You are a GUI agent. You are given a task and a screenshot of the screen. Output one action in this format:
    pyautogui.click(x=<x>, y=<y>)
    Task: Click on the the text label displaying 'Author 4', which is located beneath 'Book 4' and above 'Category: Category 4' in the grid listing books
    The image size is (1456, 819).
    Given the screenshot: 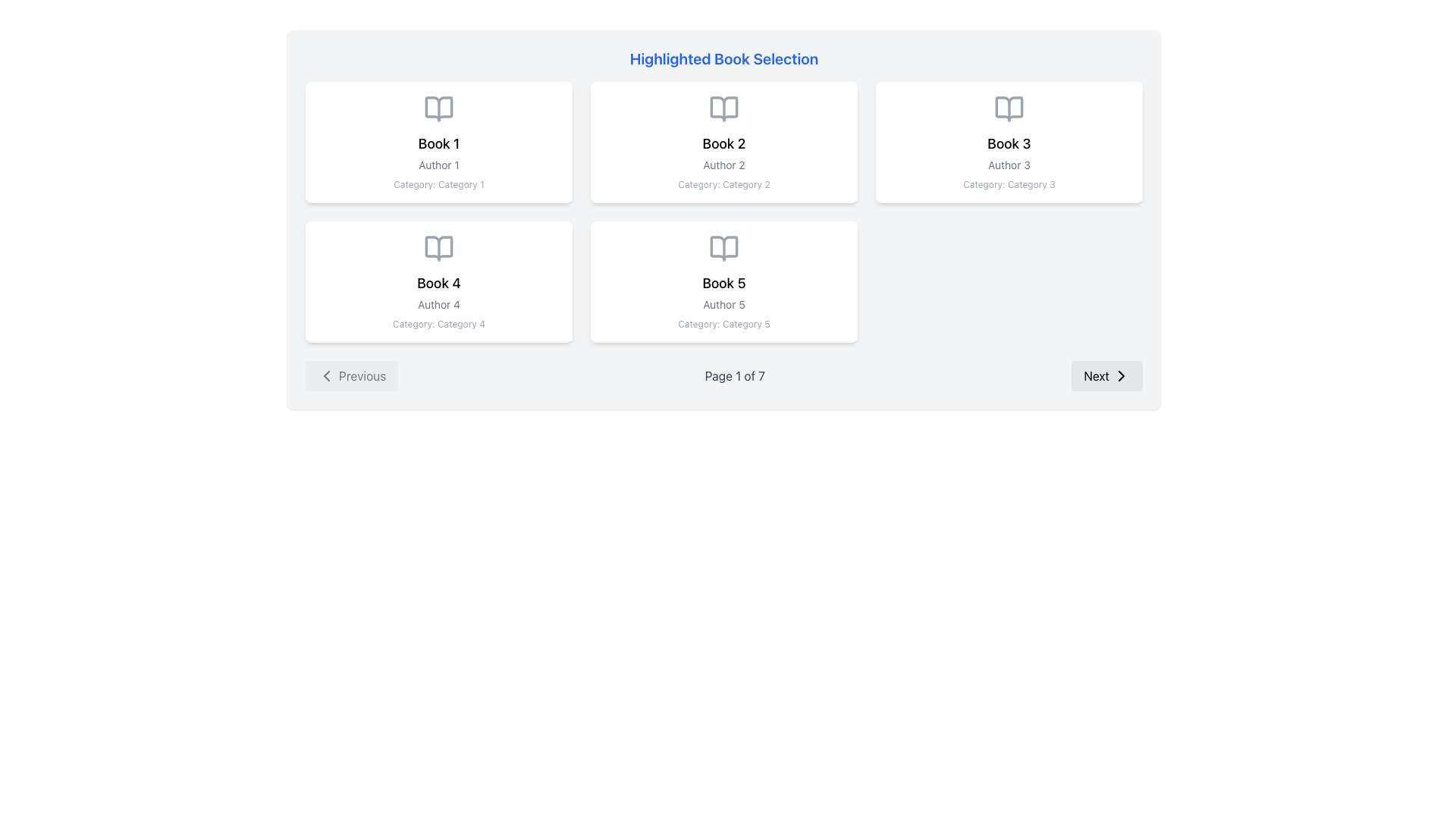 What is the action you would take?
    pyautogui.click(x=438, y=304)
    